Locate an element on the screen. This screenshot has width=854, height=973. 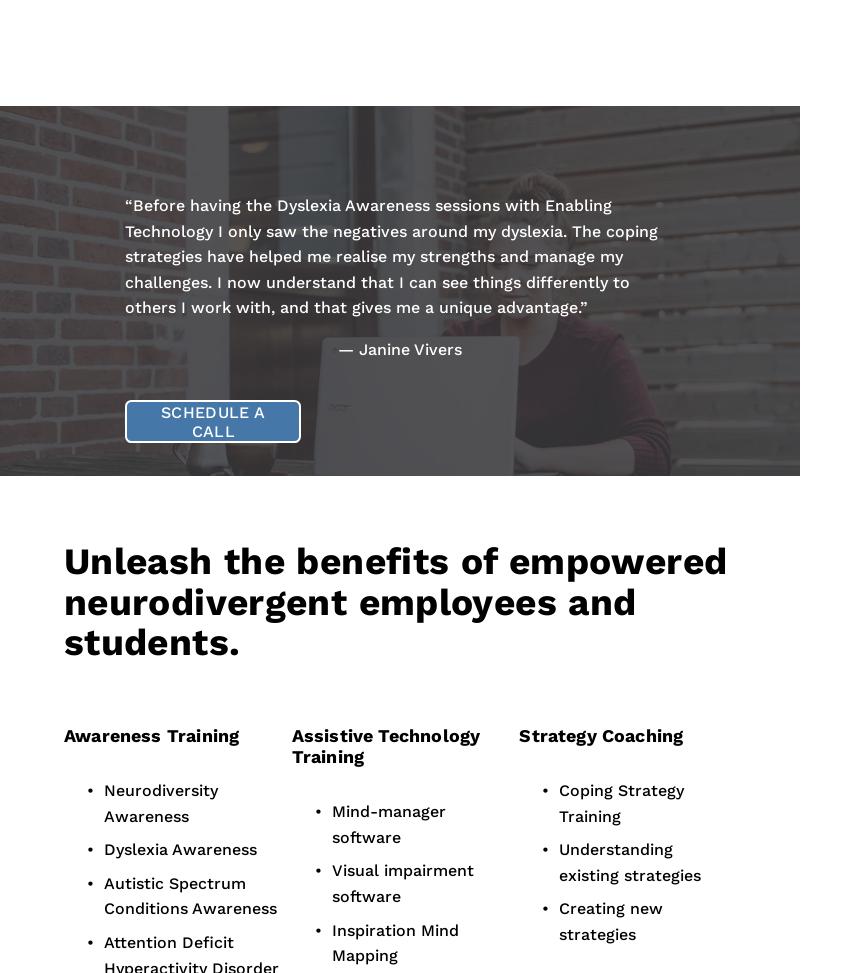
'Autistic Spectrum Conditions Awareness' is located at coordinates (189, 895).